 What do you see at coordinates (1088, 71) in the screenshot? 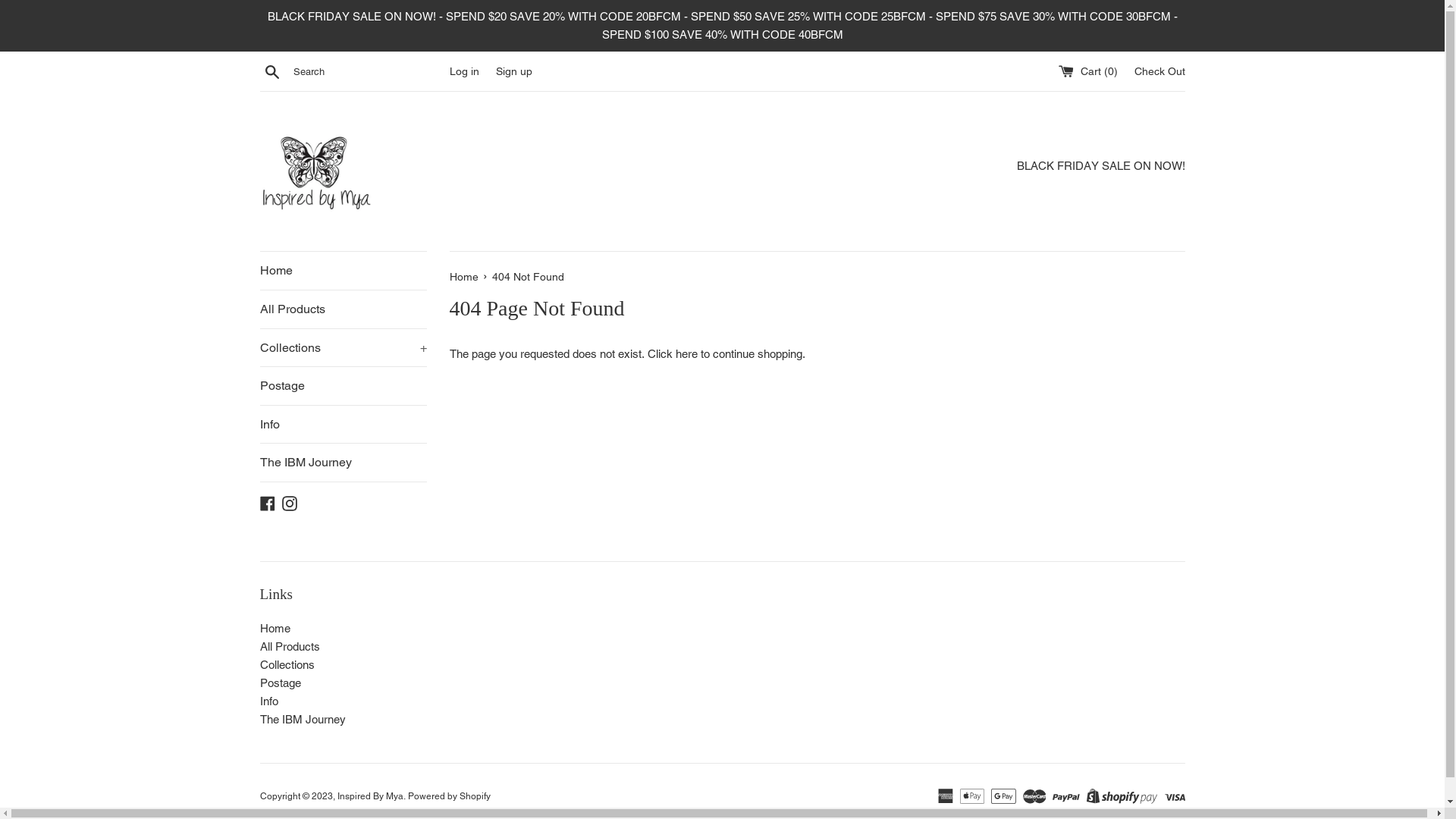
I see `'Cart (0)'` at bounding box center [1088, 71].